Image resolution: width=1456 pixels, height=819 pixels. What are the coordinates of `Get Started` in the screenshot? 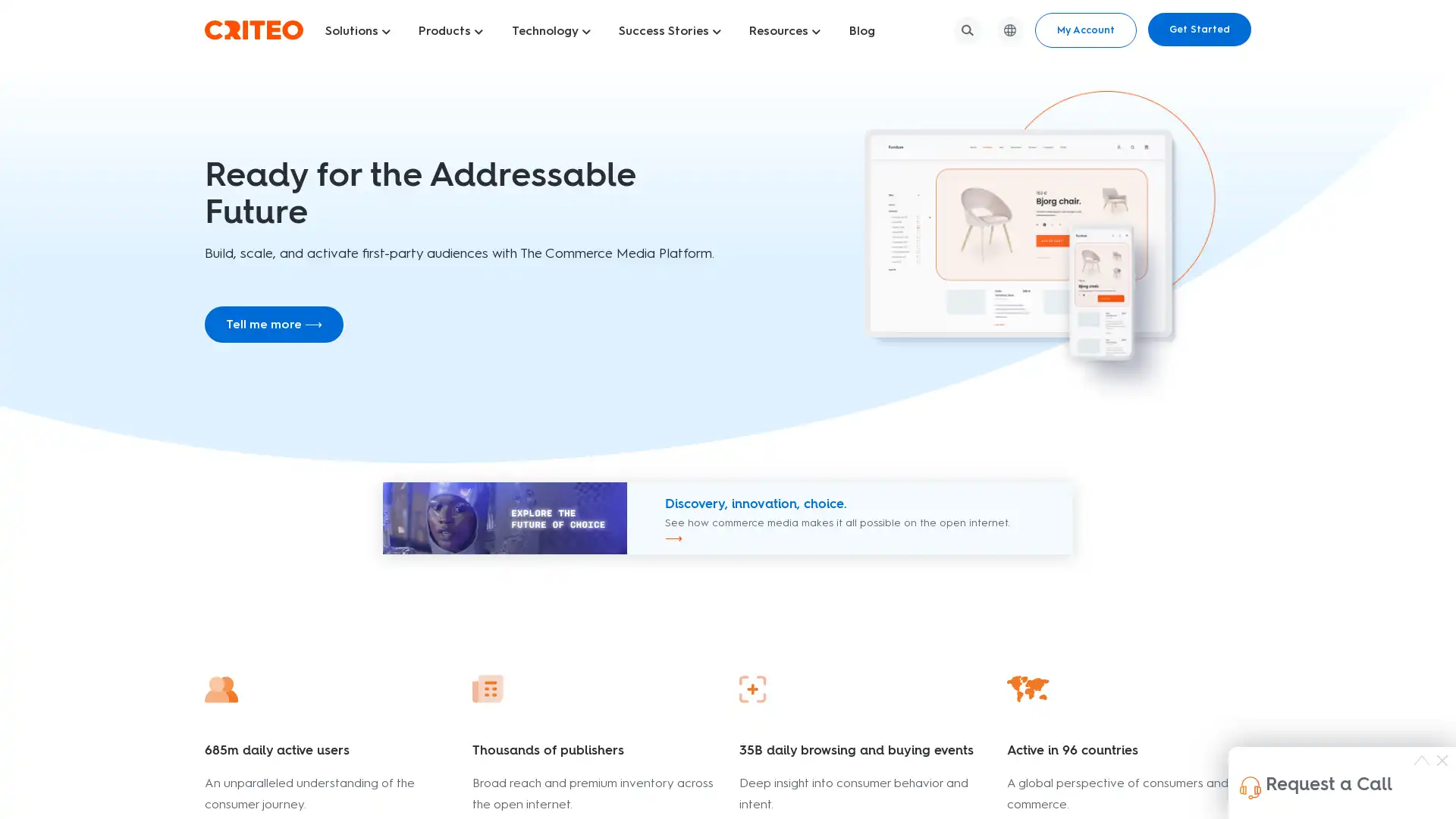 It's located at (1199, 29).